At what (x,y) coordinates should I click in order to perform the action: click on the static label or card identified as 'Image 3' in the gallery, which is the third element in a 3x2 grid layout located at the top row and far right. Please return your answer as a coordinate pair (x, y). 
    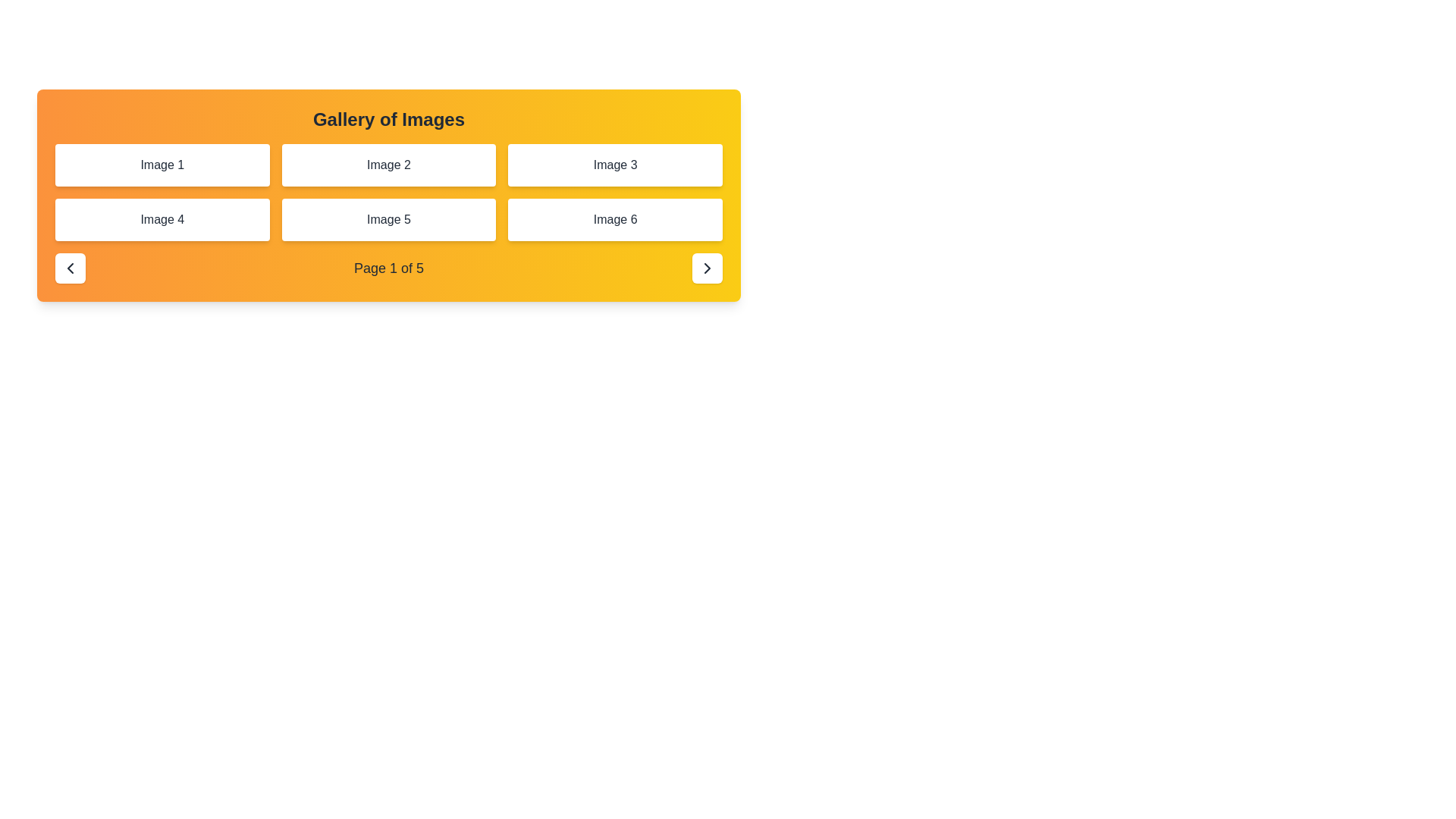
    Looking at the image, I should click on (615, 165).